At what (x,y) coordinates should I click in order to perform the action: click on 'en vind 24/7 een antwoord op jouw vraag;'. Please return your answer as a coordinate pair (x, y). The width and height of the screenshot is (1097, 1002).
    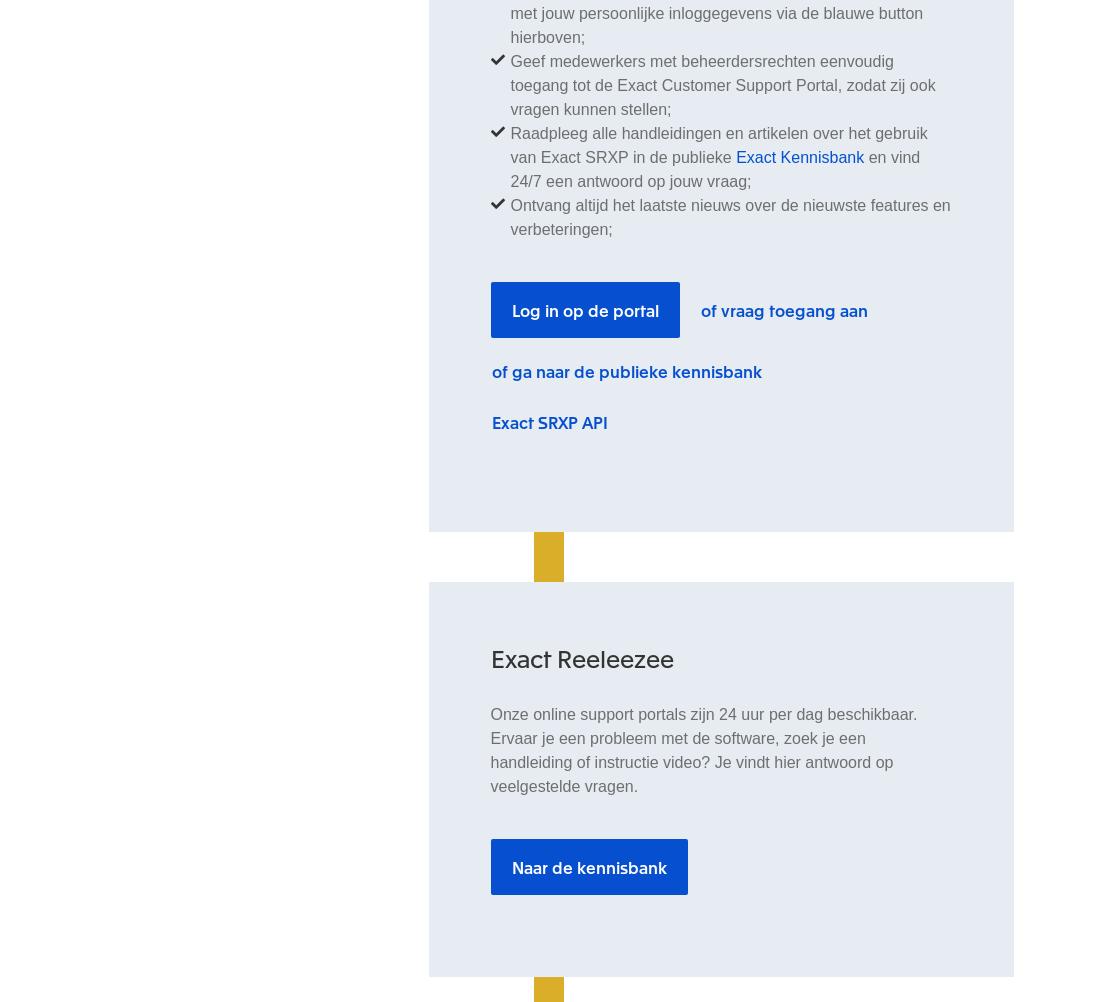
    Looking at the image, I should click on (508, 169).